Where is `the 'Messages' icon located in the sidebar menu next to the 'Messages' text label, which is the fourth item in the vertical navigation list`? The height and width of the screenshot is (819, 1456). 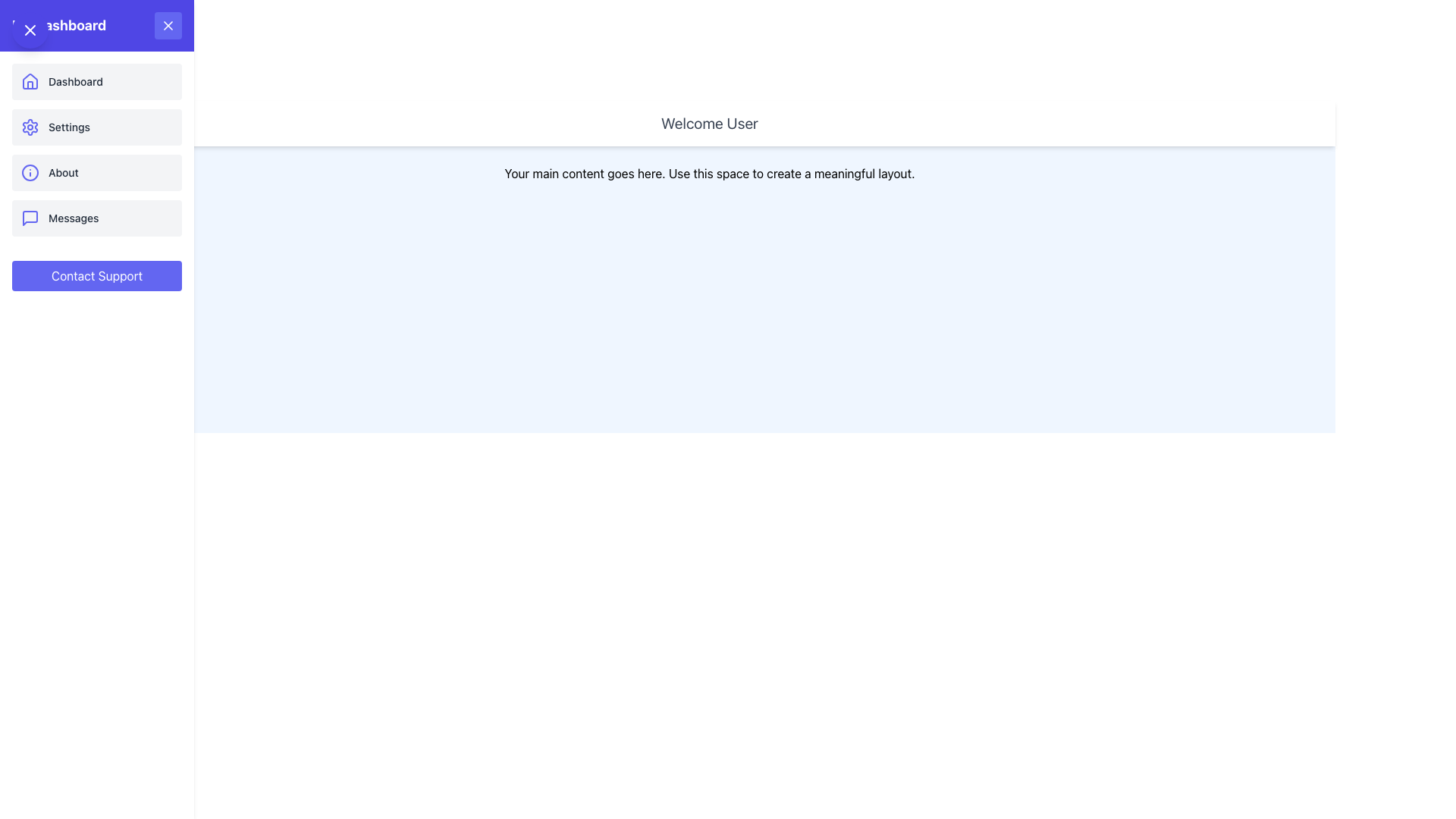 the 'Messages' icon located in the sidebar menu next to the 'Messages' text label, which is the fourth item in the vertical navigation list is located at coordinates (30, 218).